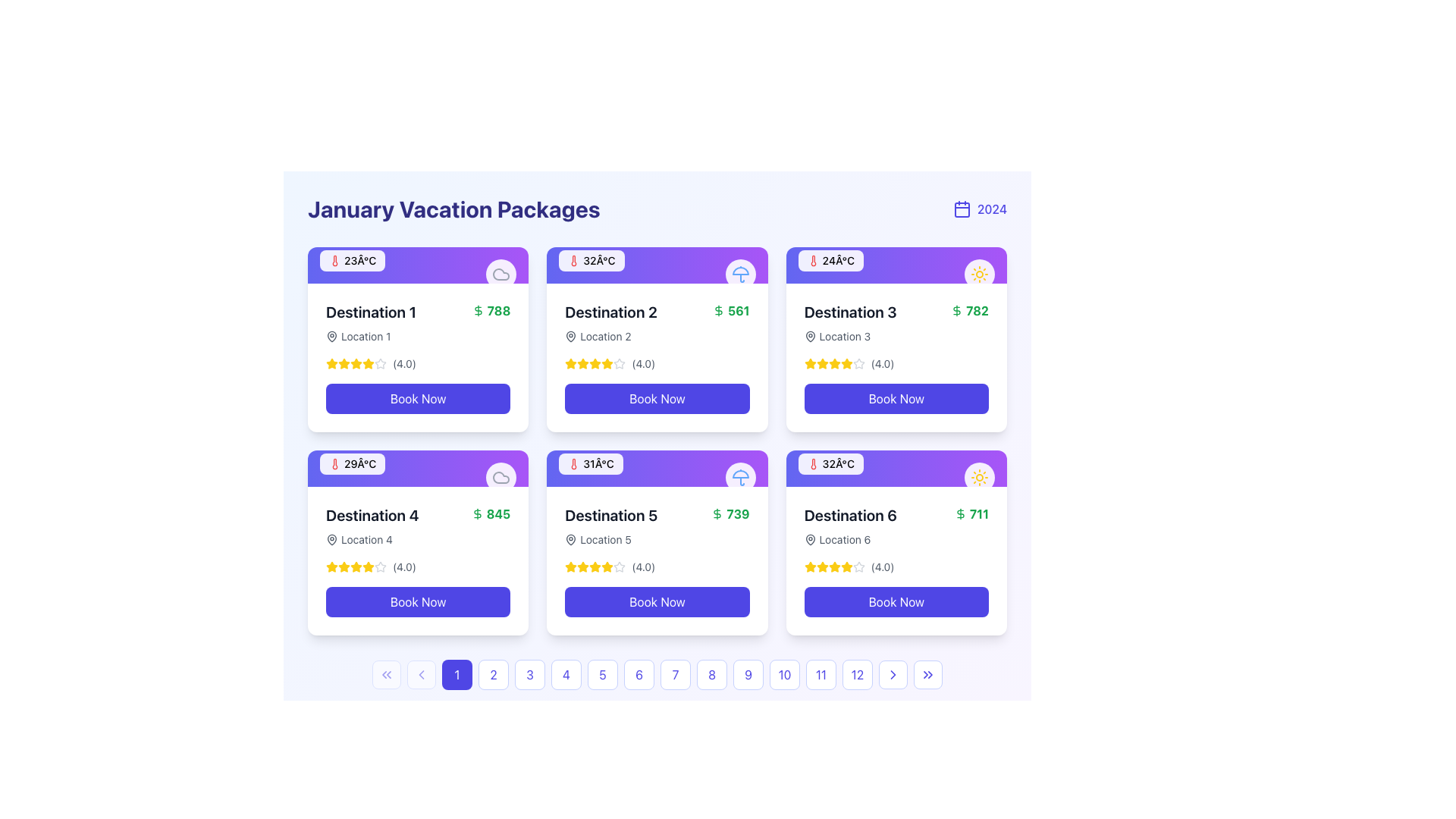 The width and height of the screenshot is (1456, 819). Describe the element at coordinates (611, 322) in the screenshot. I see `the label group containing 'Destination 2' and 'Location 2'` at that location.